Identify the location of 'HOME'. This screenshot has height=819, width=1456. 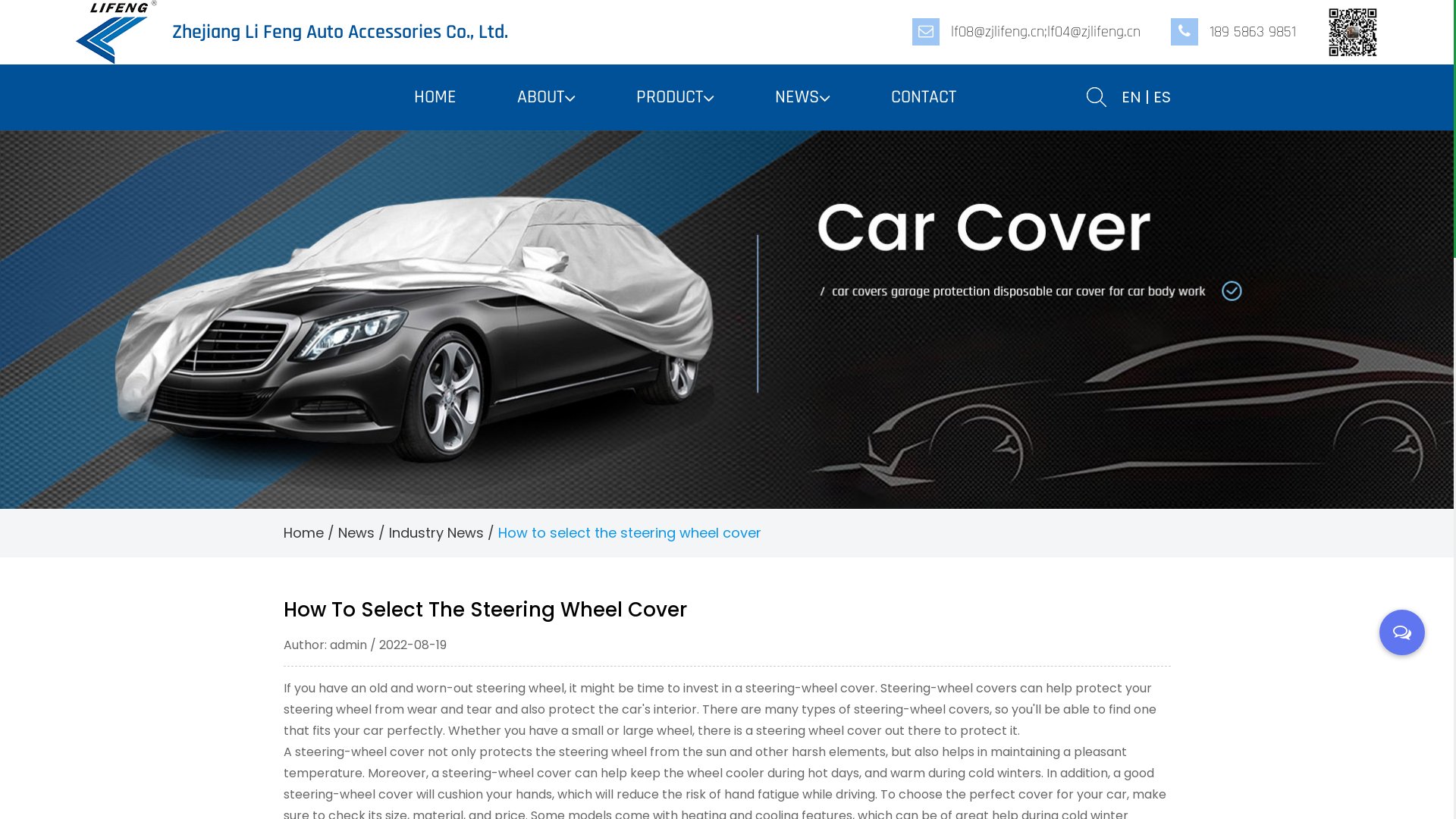
(435, 96).